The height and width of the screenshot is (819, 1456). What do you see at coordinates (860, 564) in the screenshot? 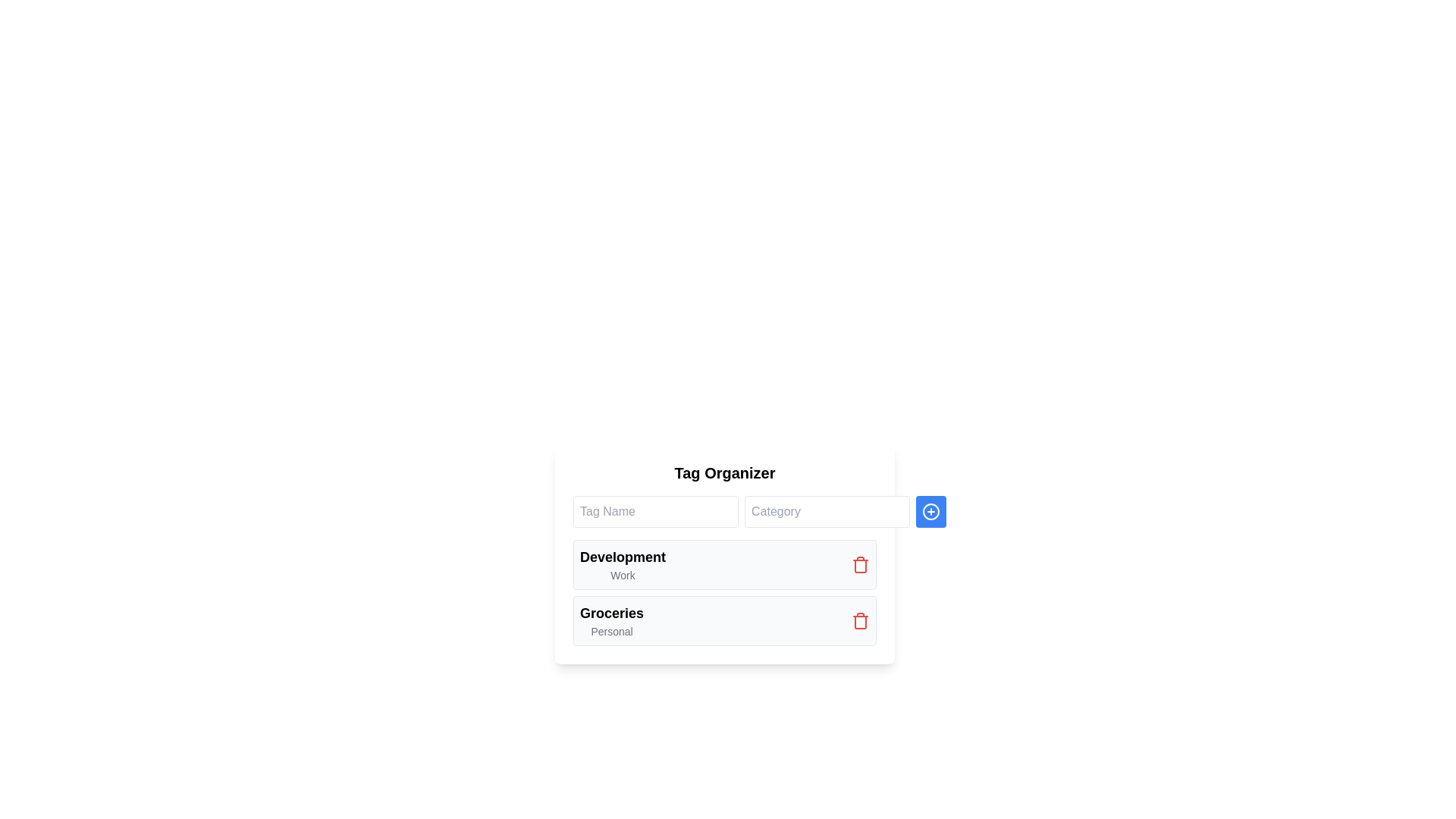
I see `the red trash can icon button located to the right of 'Development' and 'Work' in the 'Development | Work' section` at bounding box center [860, 564].